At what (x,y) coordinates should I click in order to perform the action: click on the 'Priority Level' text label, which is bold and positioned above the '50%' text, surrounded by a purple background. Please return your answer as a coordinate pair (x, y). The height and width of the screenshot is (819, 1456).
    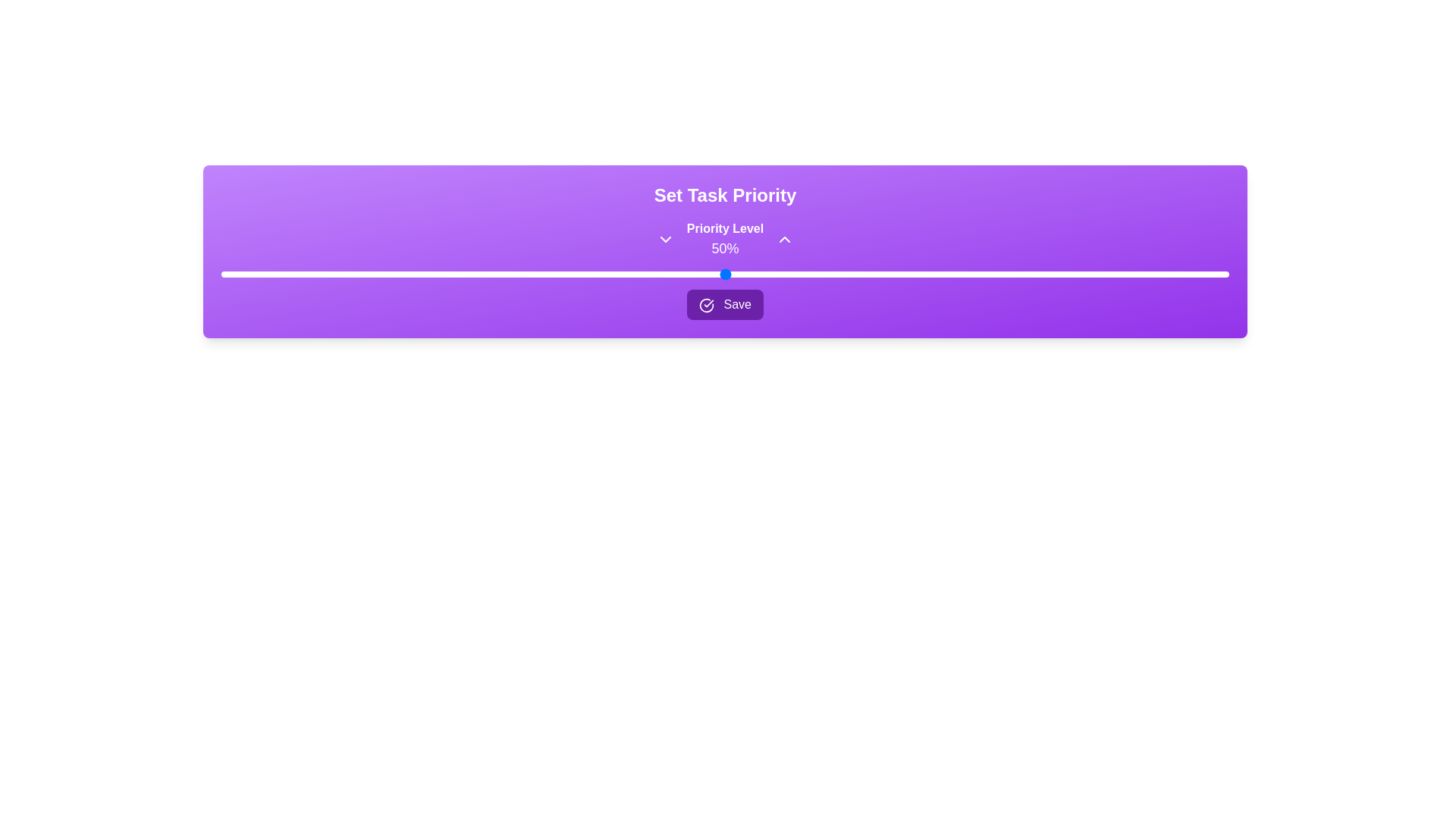
    Looking at the image, I should click on (724, 228).